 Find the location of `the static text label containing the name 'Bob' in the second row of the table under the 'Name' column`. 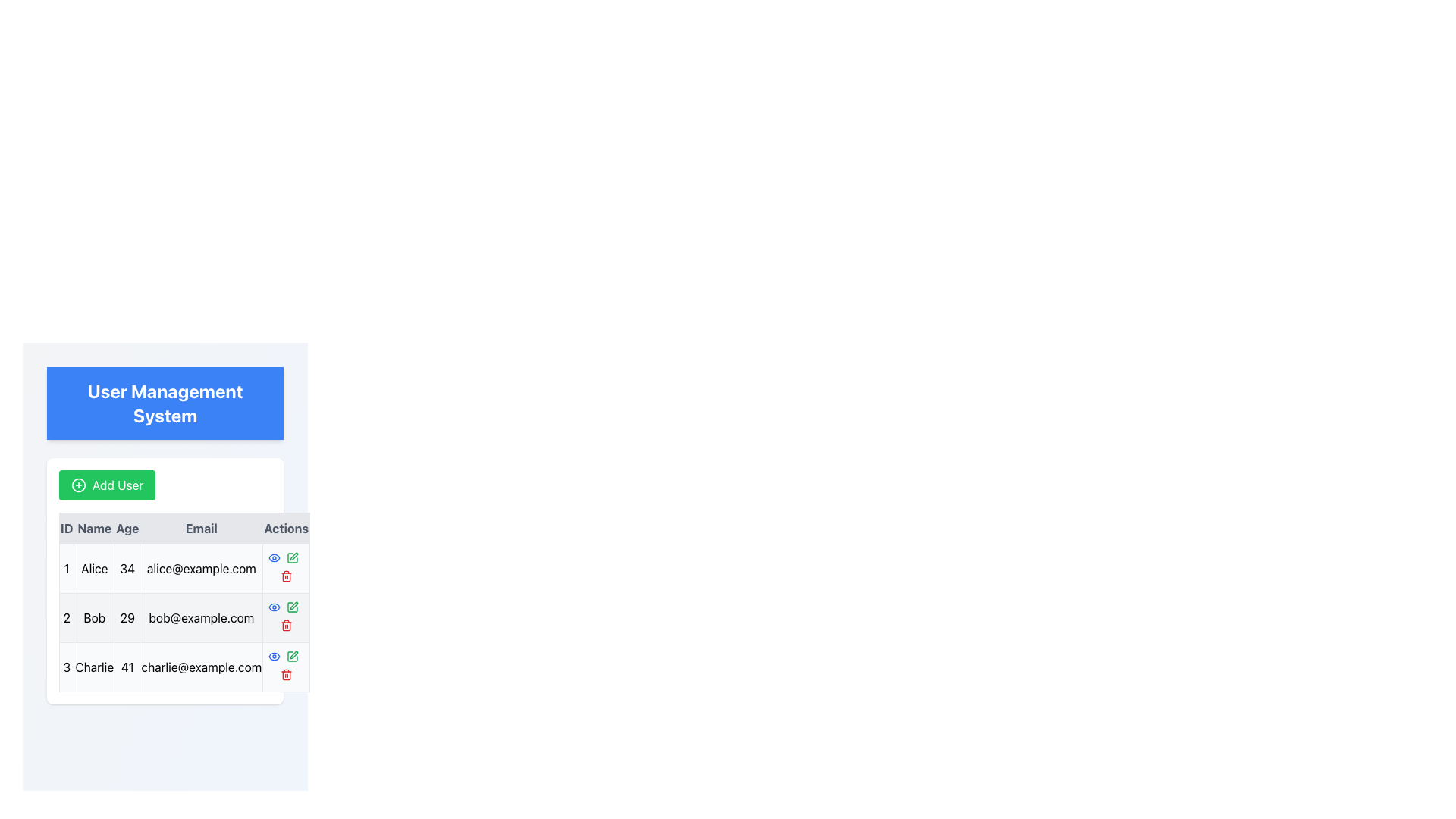

the static text label containing the name 'Bob' in the second row of the table under the 'Name' column is located at coordinates (93, 617).